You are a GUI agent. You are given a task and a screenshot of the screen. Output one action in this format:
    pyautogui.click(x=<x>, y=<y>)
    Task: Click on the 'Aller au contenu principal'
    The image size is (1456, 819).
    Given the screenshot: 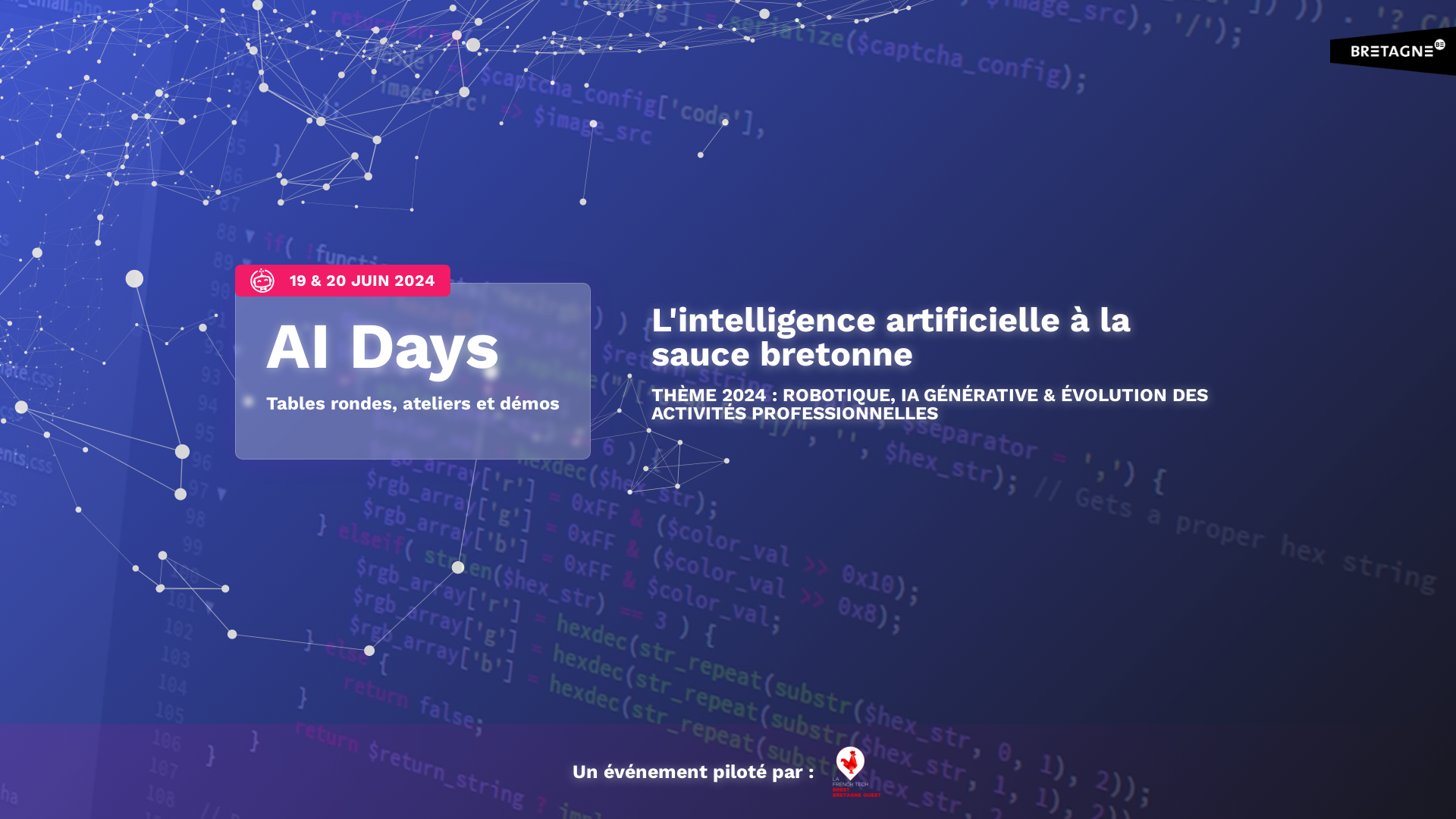 What is the action you would take?
    pyautogui.click(x=0, y=0)
    